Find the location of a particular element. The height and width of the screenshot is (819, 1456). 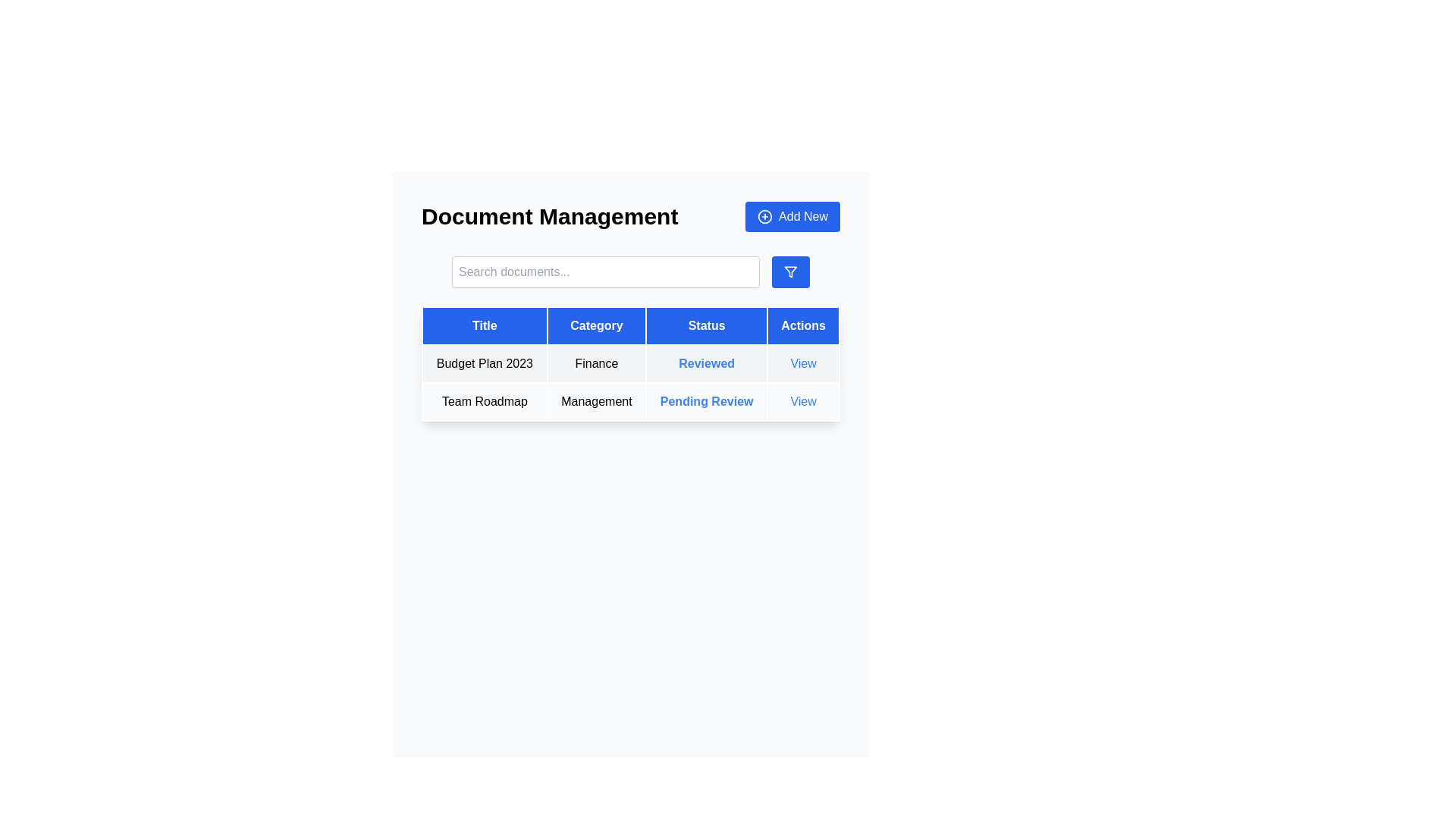

text displayed in the header cell labeled 'Title', which is a blue rectangular box with white centered text is located at coordinates (484, 325).